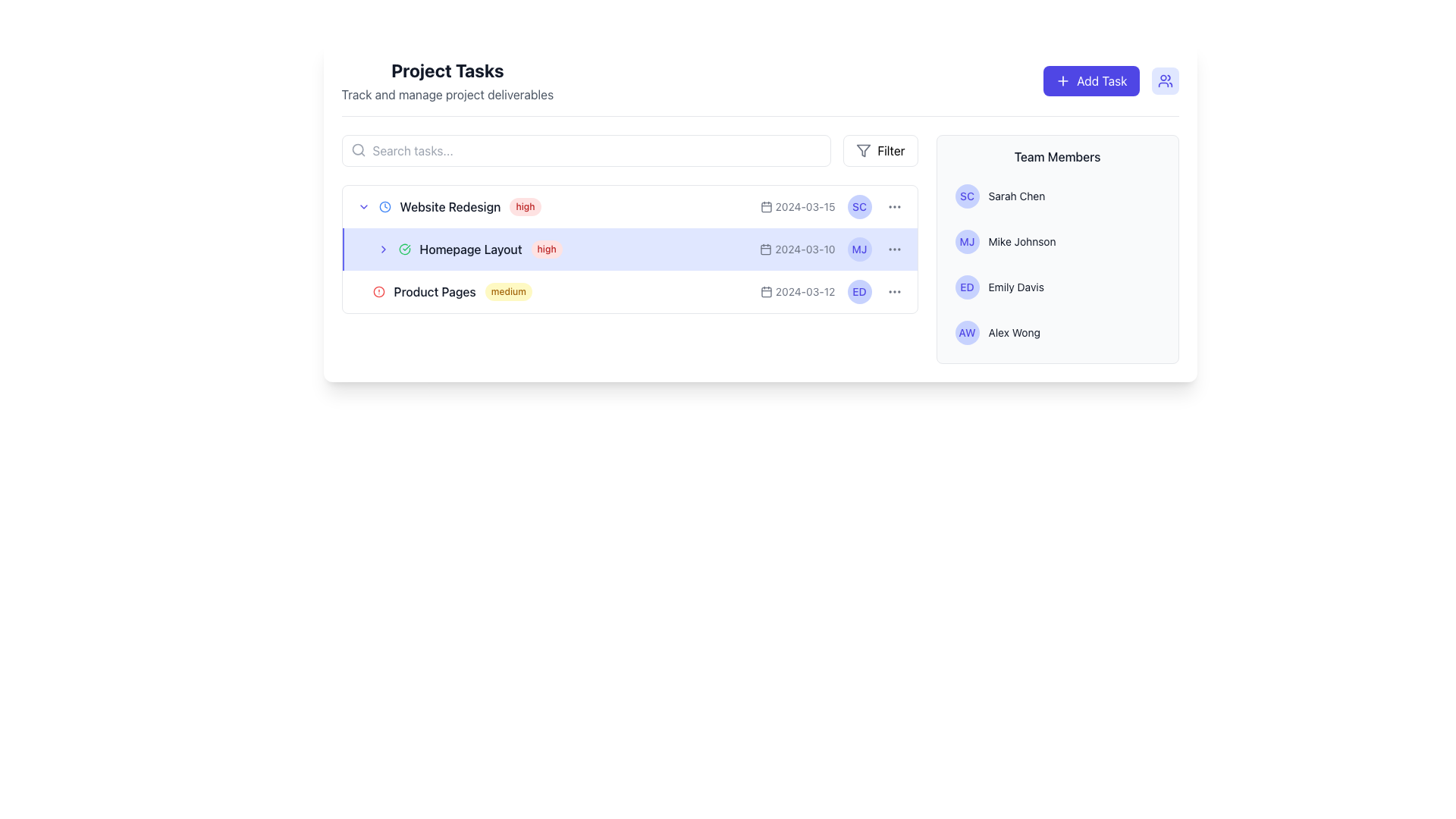  What do you see at coordinates (864, 151) in the screenshot?
I see `the 'Filter' button located` at bounding box center [864, 151].